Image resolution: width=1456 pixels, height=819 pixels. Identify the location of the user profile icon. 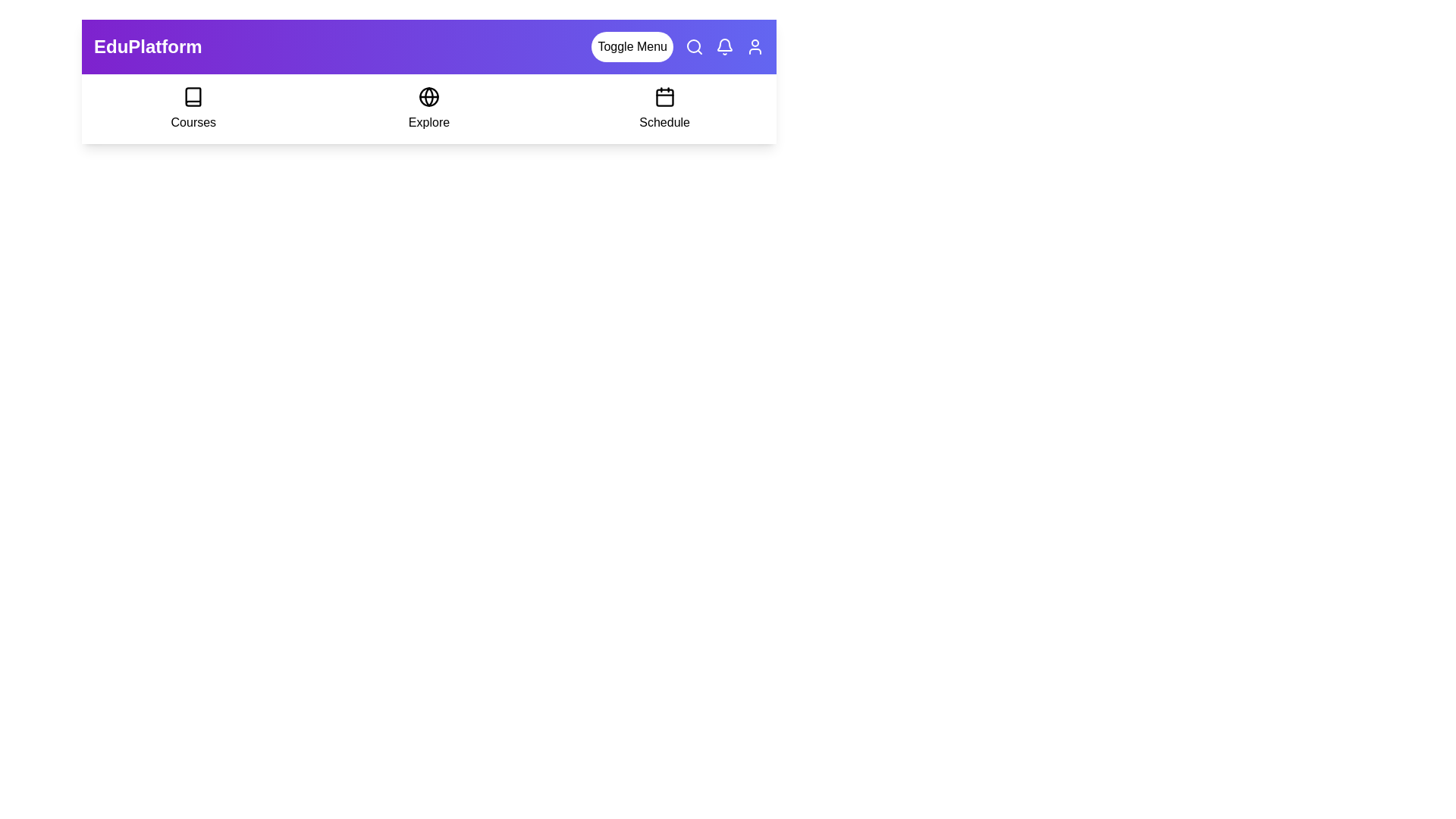
(755, 45).